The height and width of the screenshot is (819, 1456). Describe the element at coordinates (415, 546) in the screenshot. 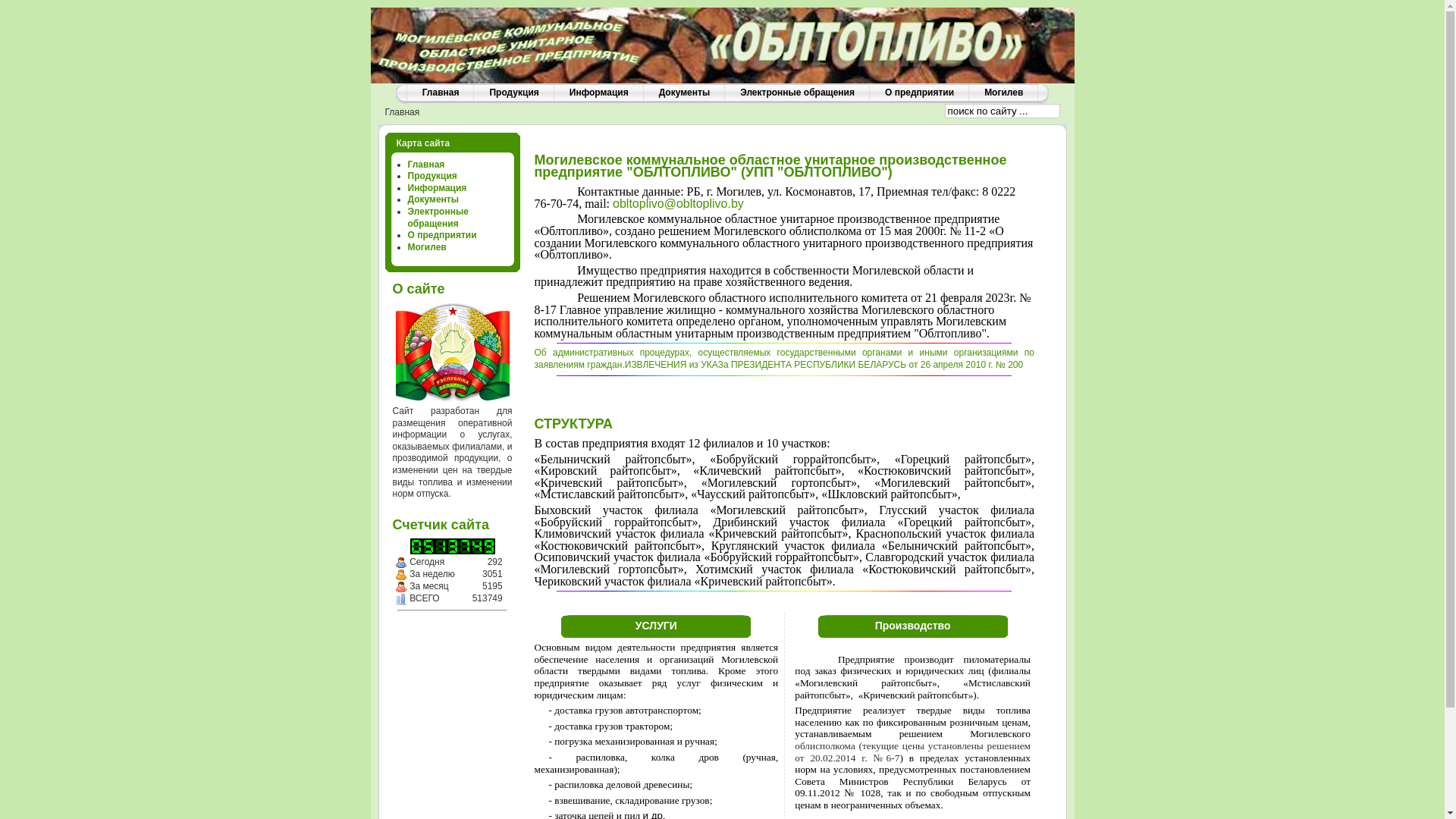

I see `'Vinaora Visitors Counter'` at that location.